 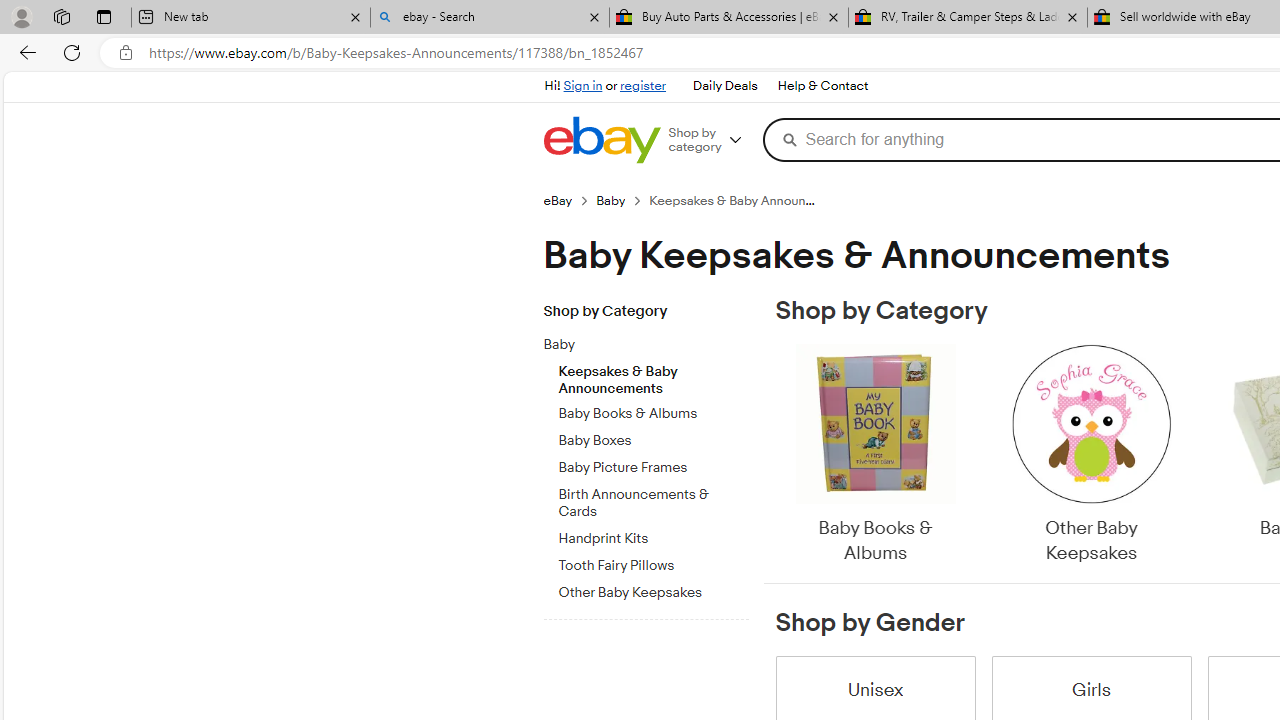 What do you see at coordinates (568, 200) in the screenshot?
I see `'eBay'` at bounding box center [568, 200].